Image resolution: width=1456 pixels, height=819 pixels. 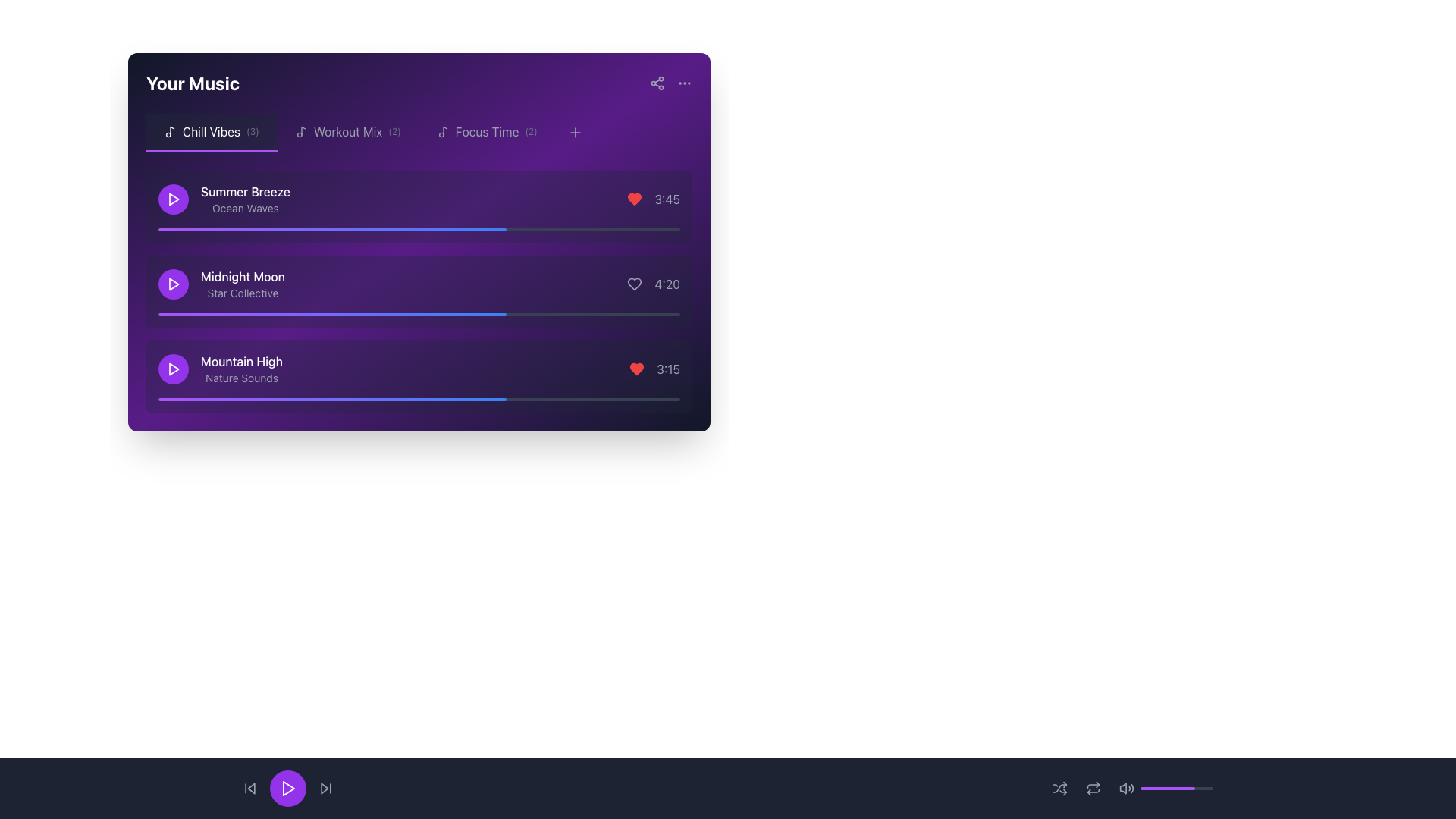 What do you see at coordinates (347, 130) in the screenshot?
I see `the 'Workout Mix' button in the navigation bar` at bounding box center [347, 130].